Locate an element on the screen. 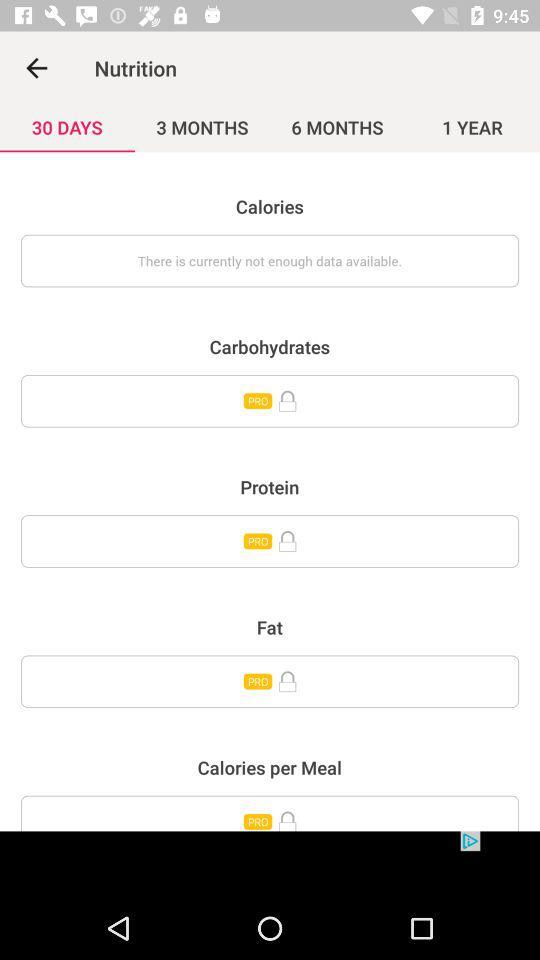 The width and height of the screenshot is (540, 960). open advertisement is located at coordinates (270, 863).